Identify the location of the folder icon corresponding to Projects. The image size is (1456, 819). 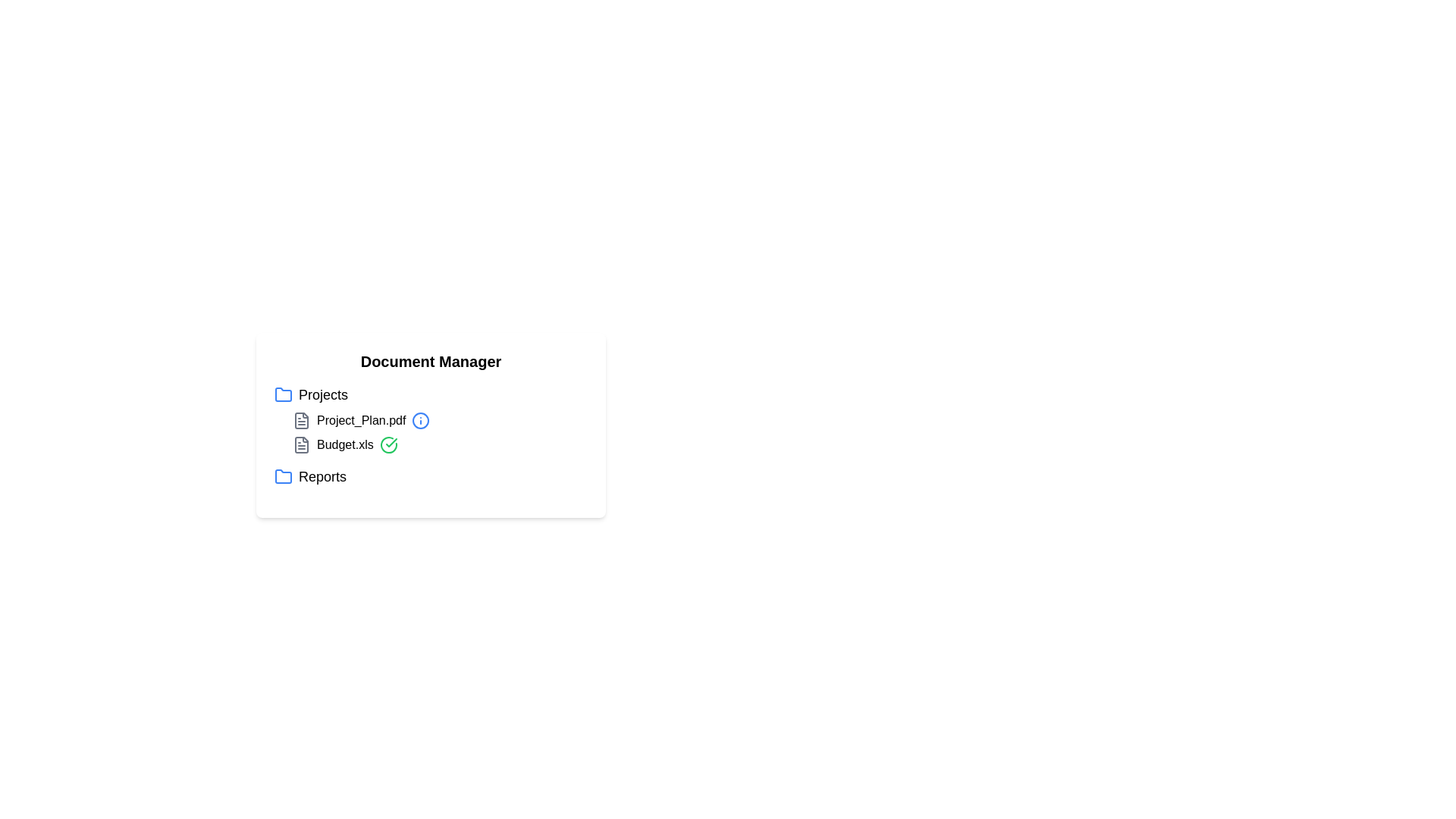
(284, 394).